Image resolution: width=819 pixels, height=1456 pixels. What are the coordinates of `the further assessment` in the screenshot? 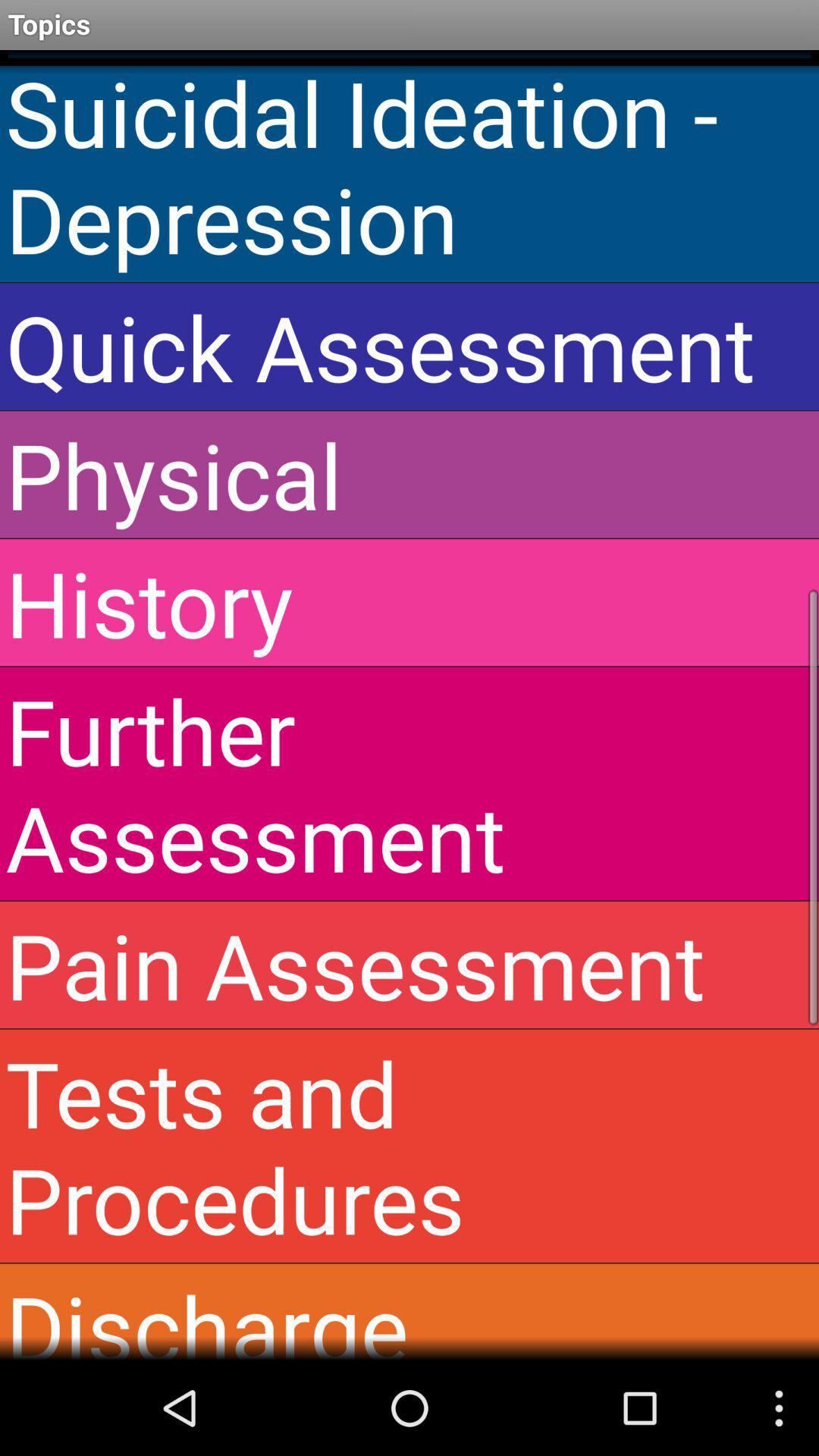 It's located at (409, 783).